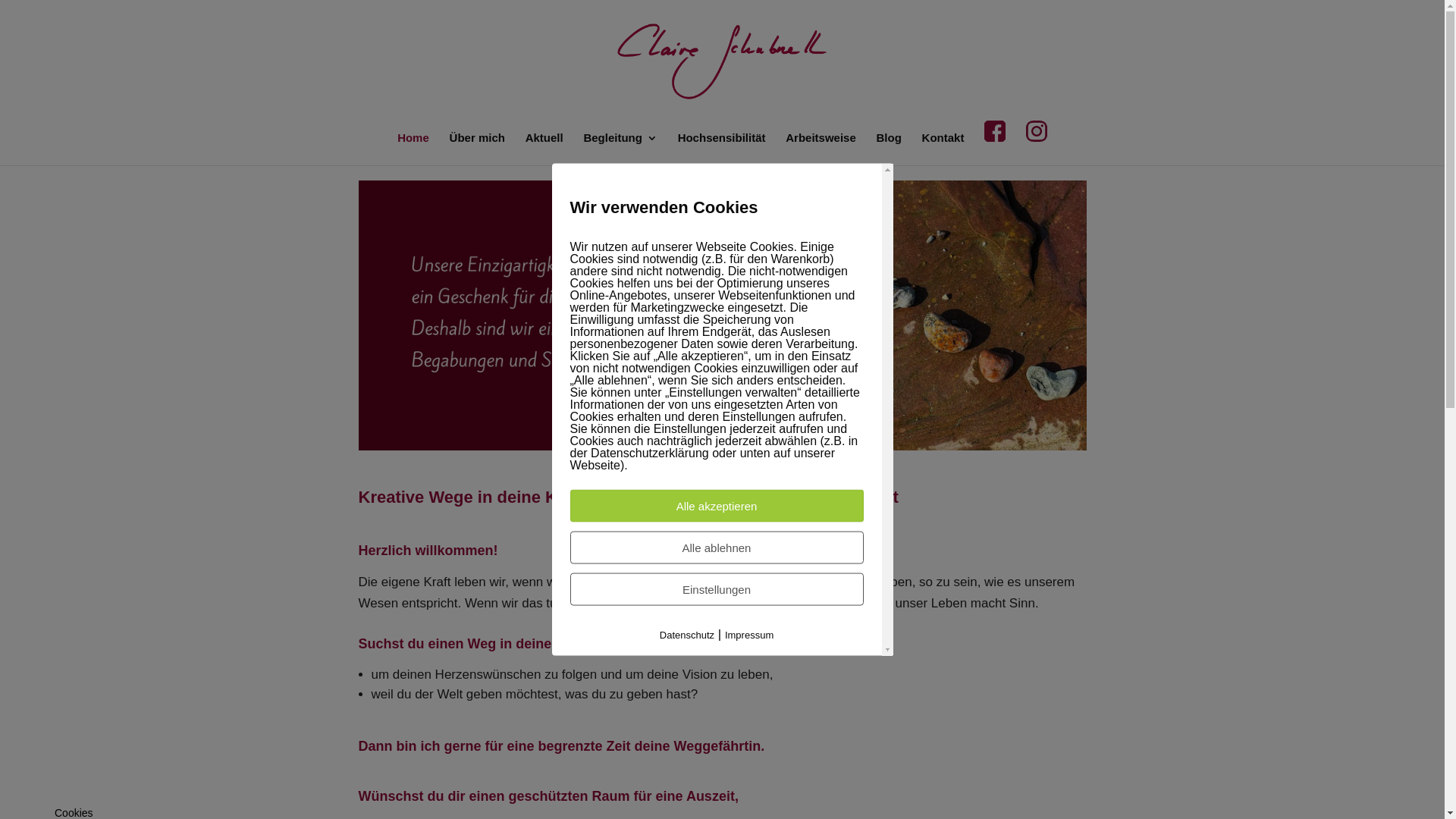 Image resolution: width=1456 pixels, height=819 pixels. What do you see at coordinates (413, 149) in the screenshot?
I see `'Home'` at bounding box center [413, 149].